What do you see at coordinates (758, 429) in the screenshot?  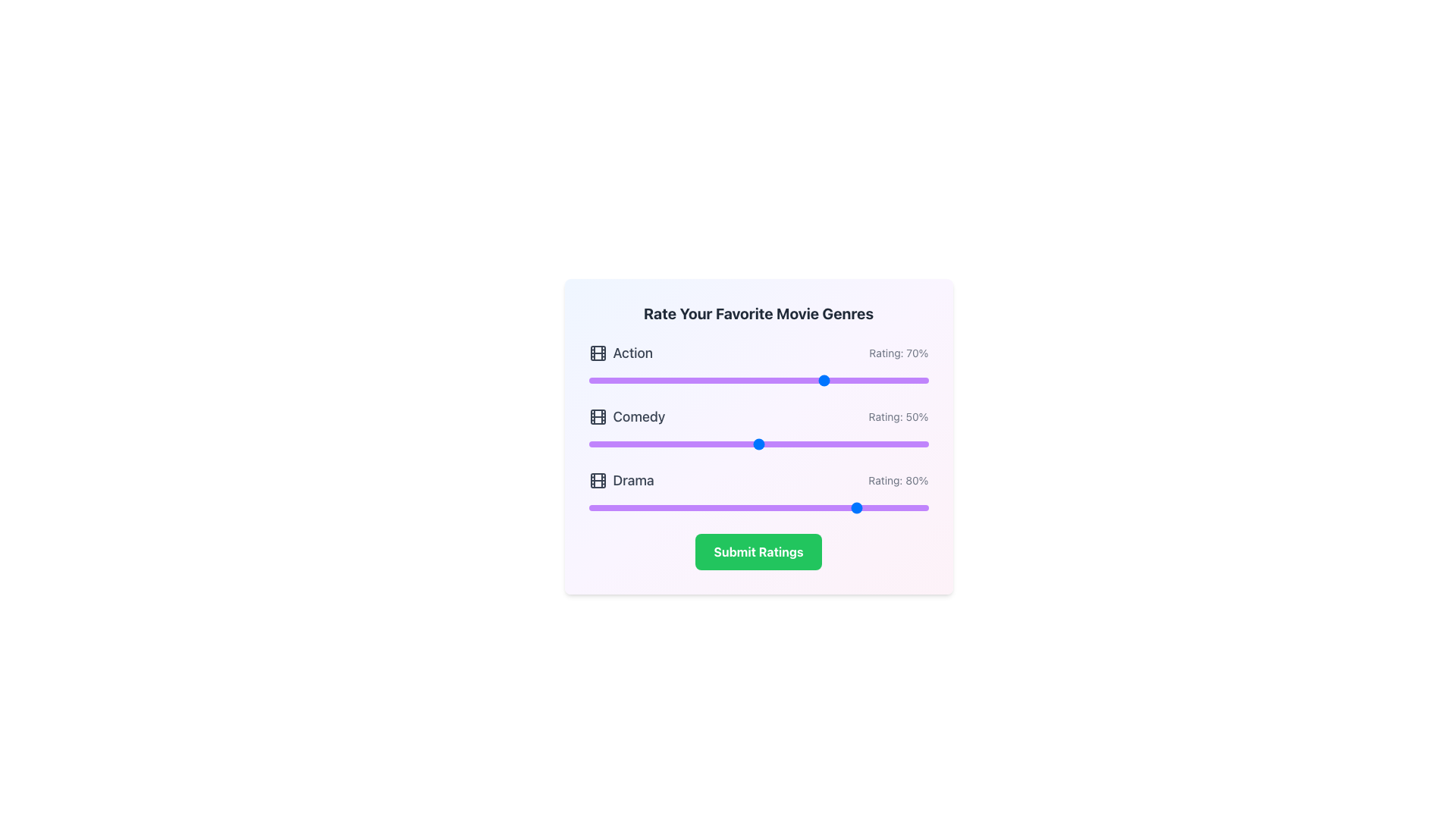 I see `the horizontal purple rating bar with a blue circular slider handle located beneath the text 'Comedy' and next to 'Rating: 50%'` at bounding box center [758, 429].